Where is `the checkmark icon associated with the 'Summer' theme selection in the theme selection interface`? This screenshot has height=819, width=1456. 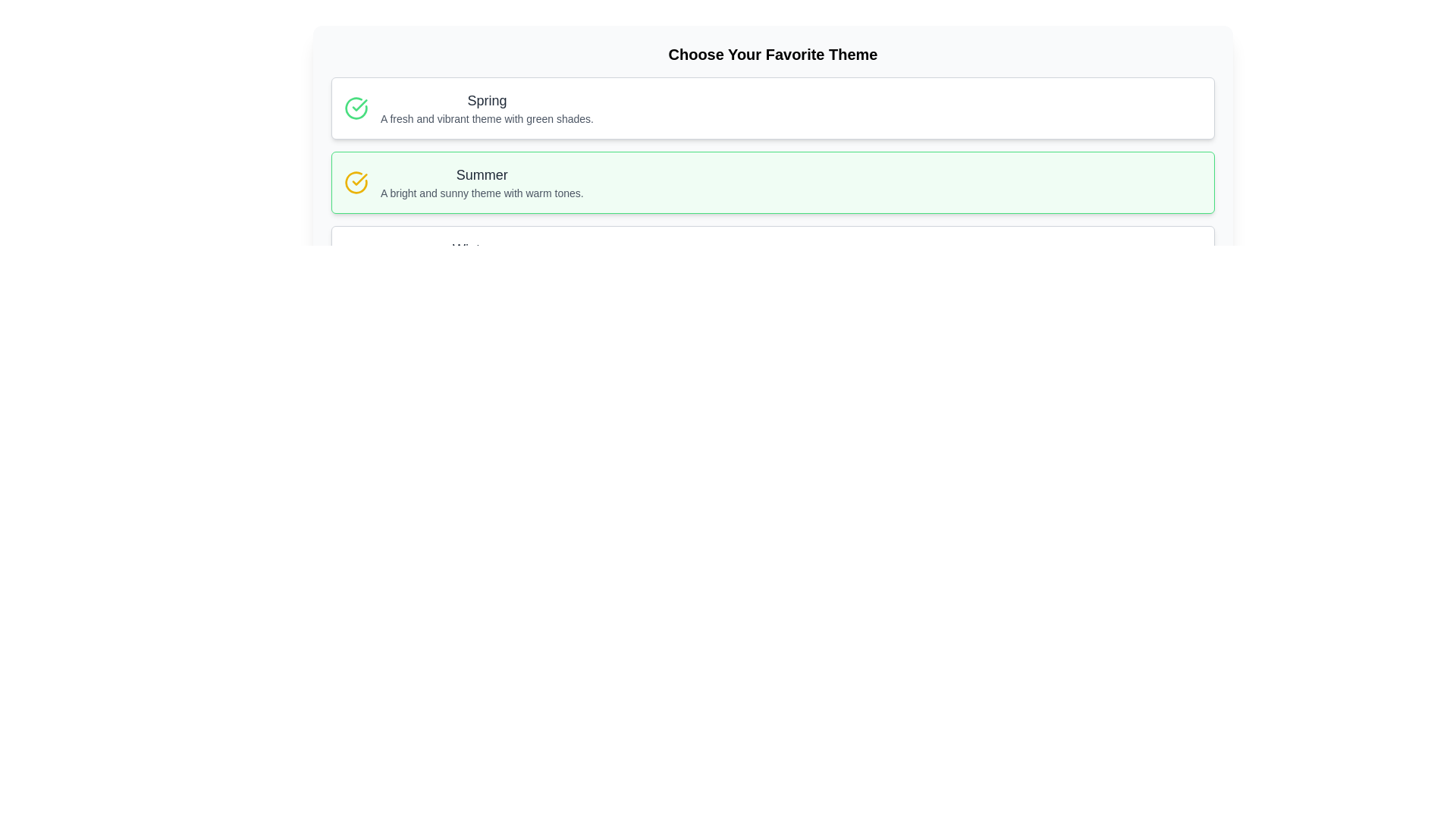
the checkmark icon associated with the 'Summer' theme selection in the theme selection interface is located at coordinates (359, 104).